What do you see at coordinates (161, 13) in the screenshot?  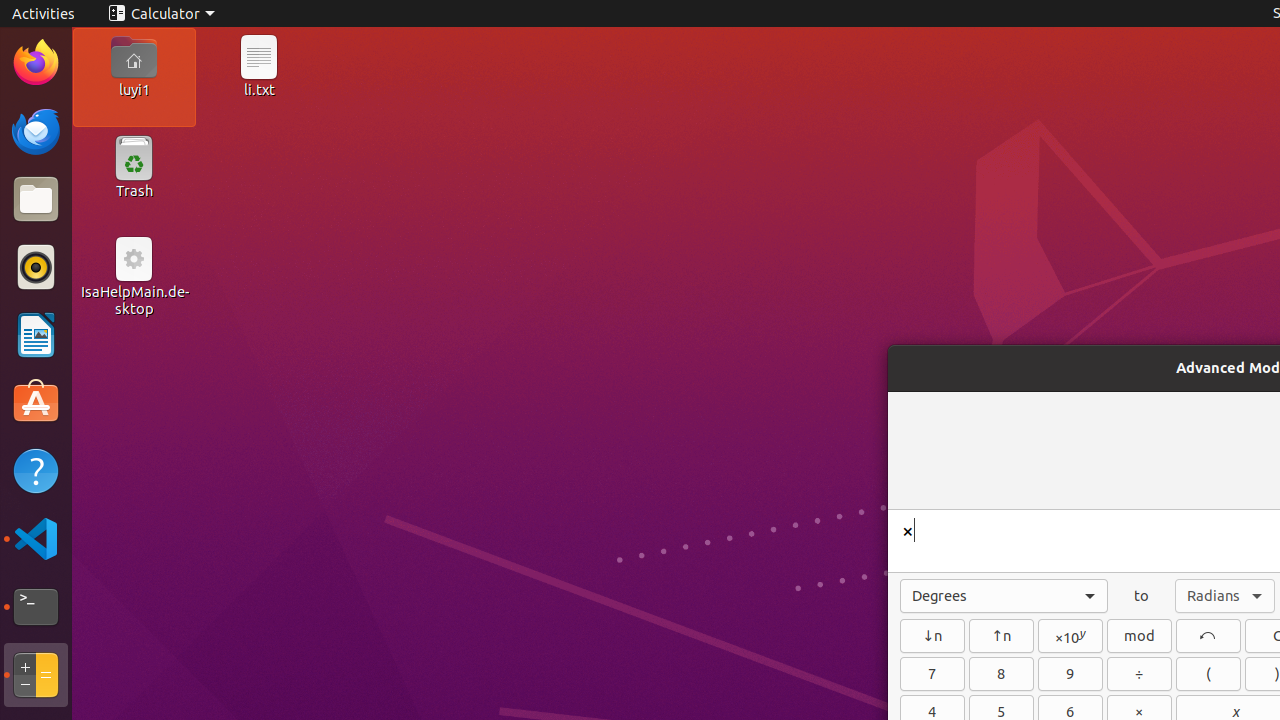 I see `'Calculator'` at bounding box center [161, 13].